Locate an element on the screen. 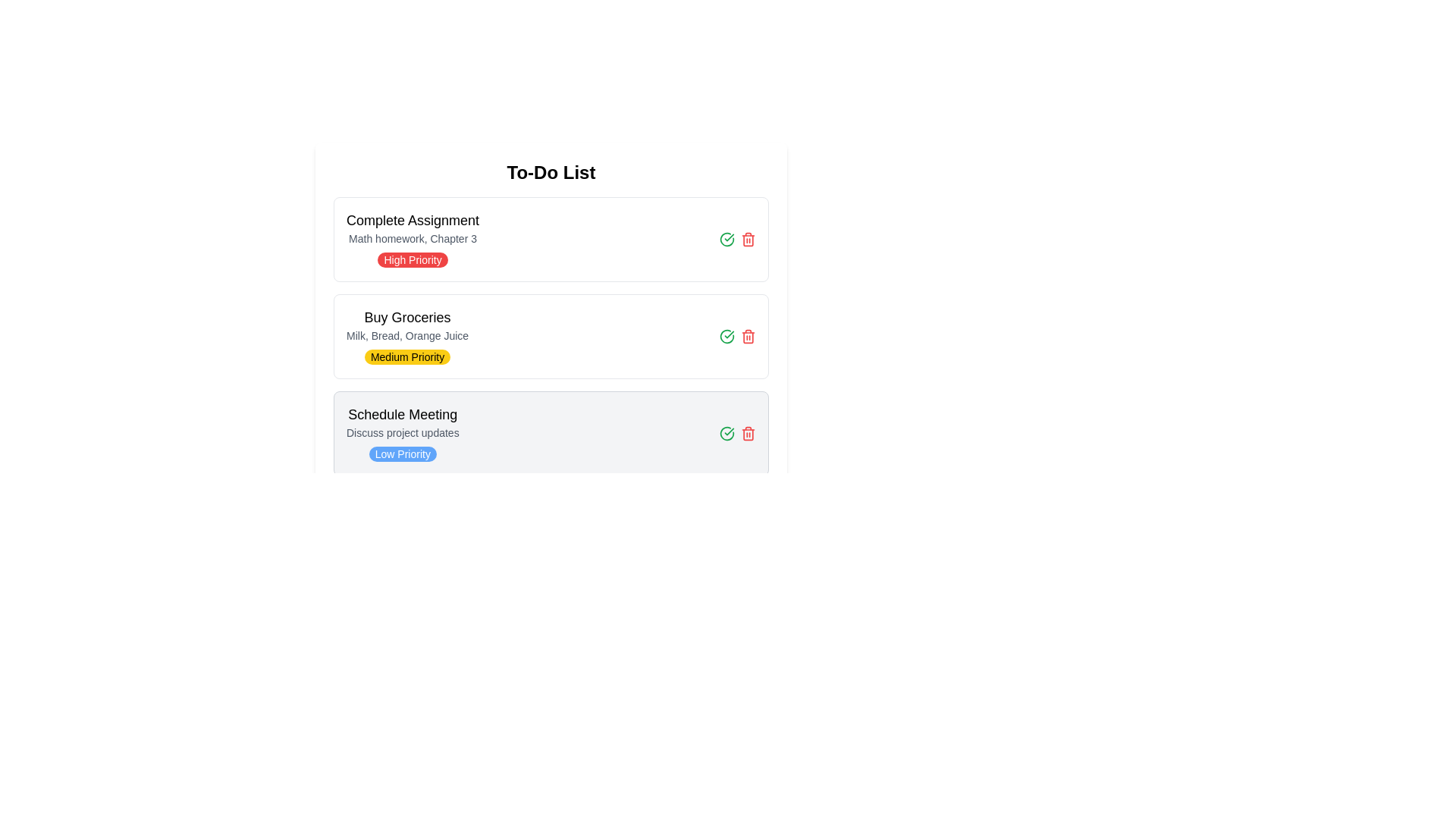 This screenshot has width=1456, height=819. the icon group containing action buttons, which includes a green checkmark and a red trash can, located at the rightmost end of the 'Buy Groceries' to-do item row is located at coordinates (738, 335).